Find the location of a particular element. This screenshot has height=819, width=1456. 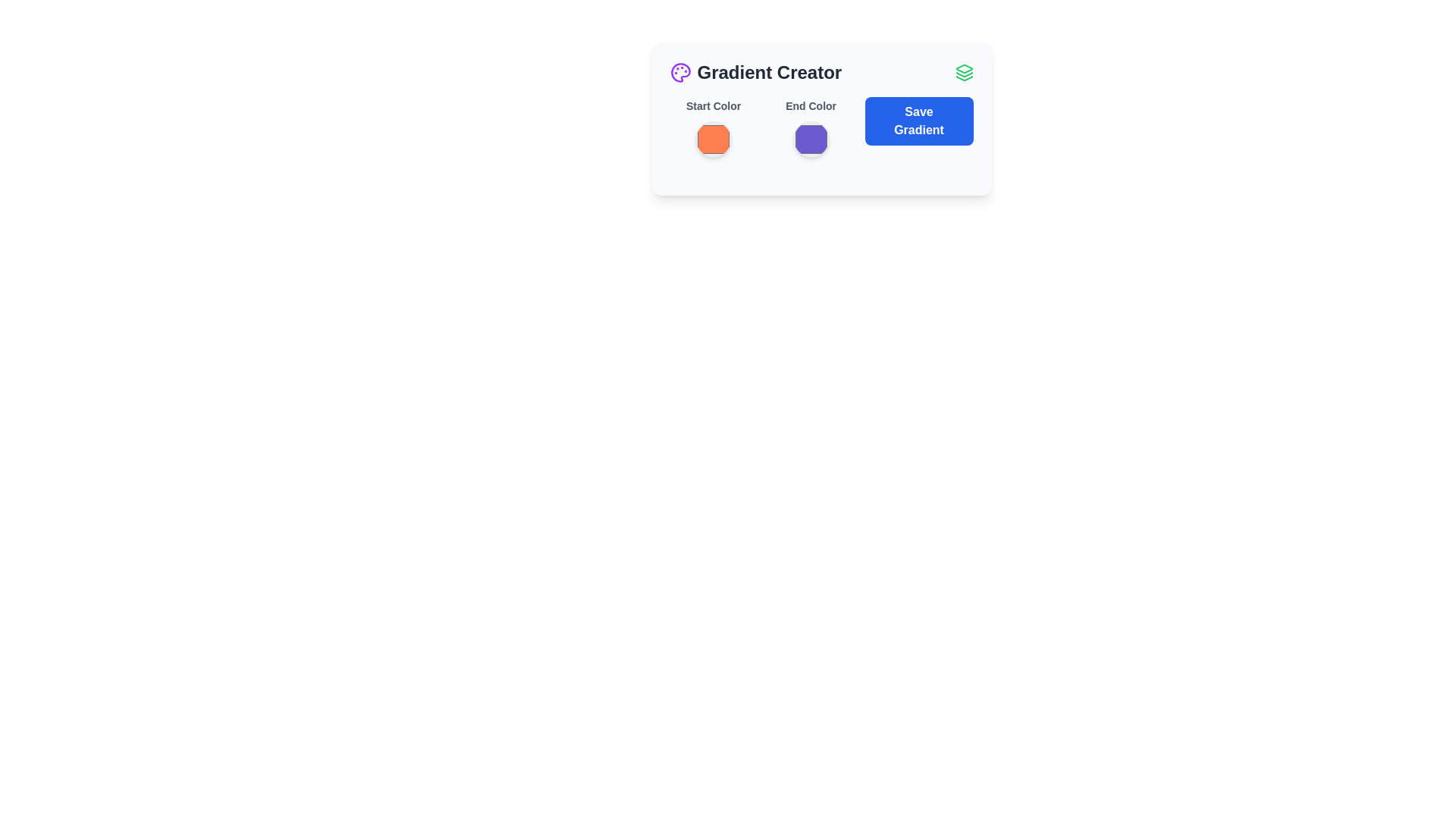

the decorative graphic located in the top-right area of the interface, near the 'Save Gradient' button is located at coordinates (963, 69).